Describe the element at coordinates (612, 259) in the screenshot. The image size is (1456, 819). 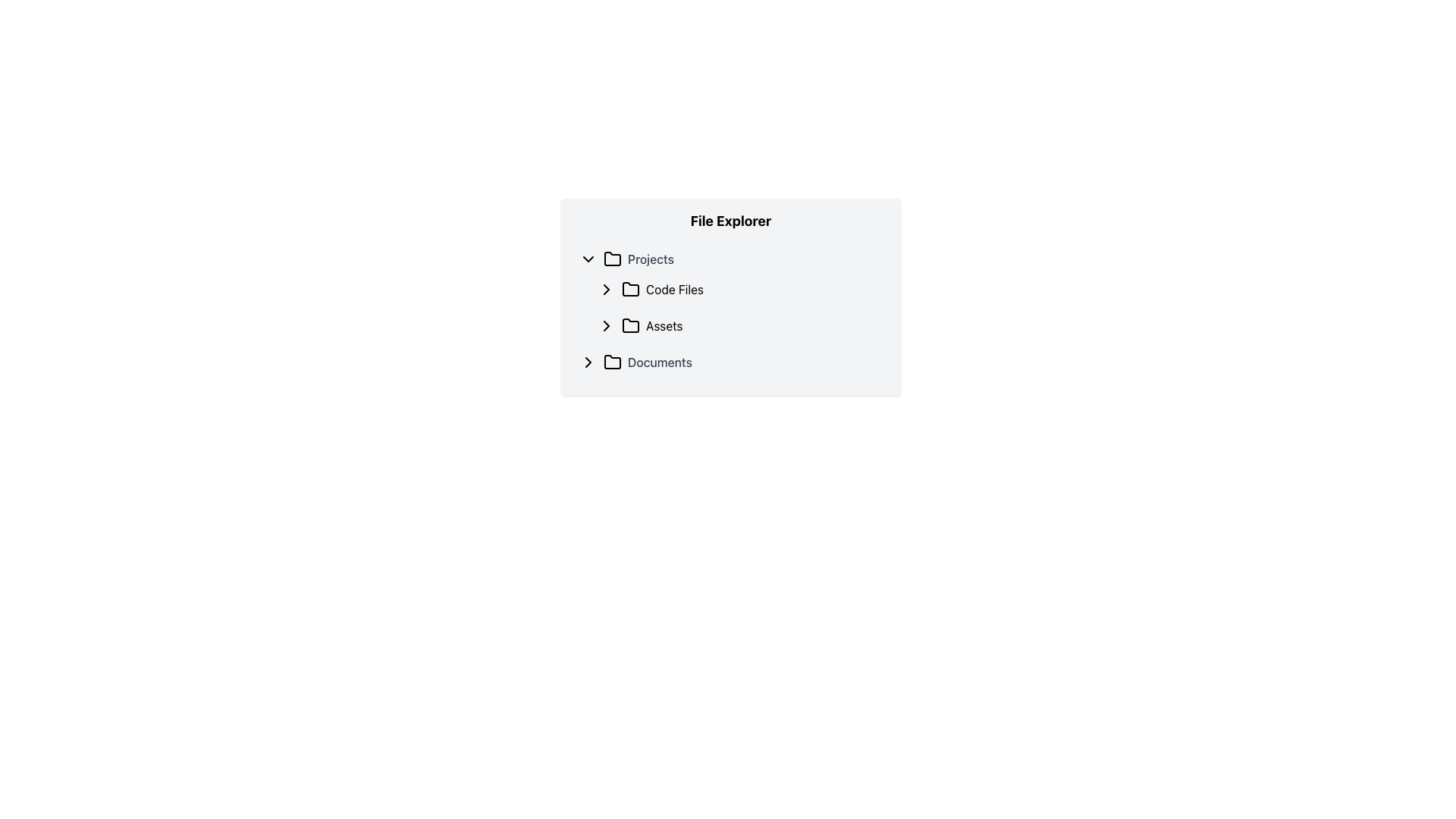
I see `the folder icon representing the 'Projects' section in the file explorer, located to the left of the 'Projects' label and to the right of the chevron icon` at that location.